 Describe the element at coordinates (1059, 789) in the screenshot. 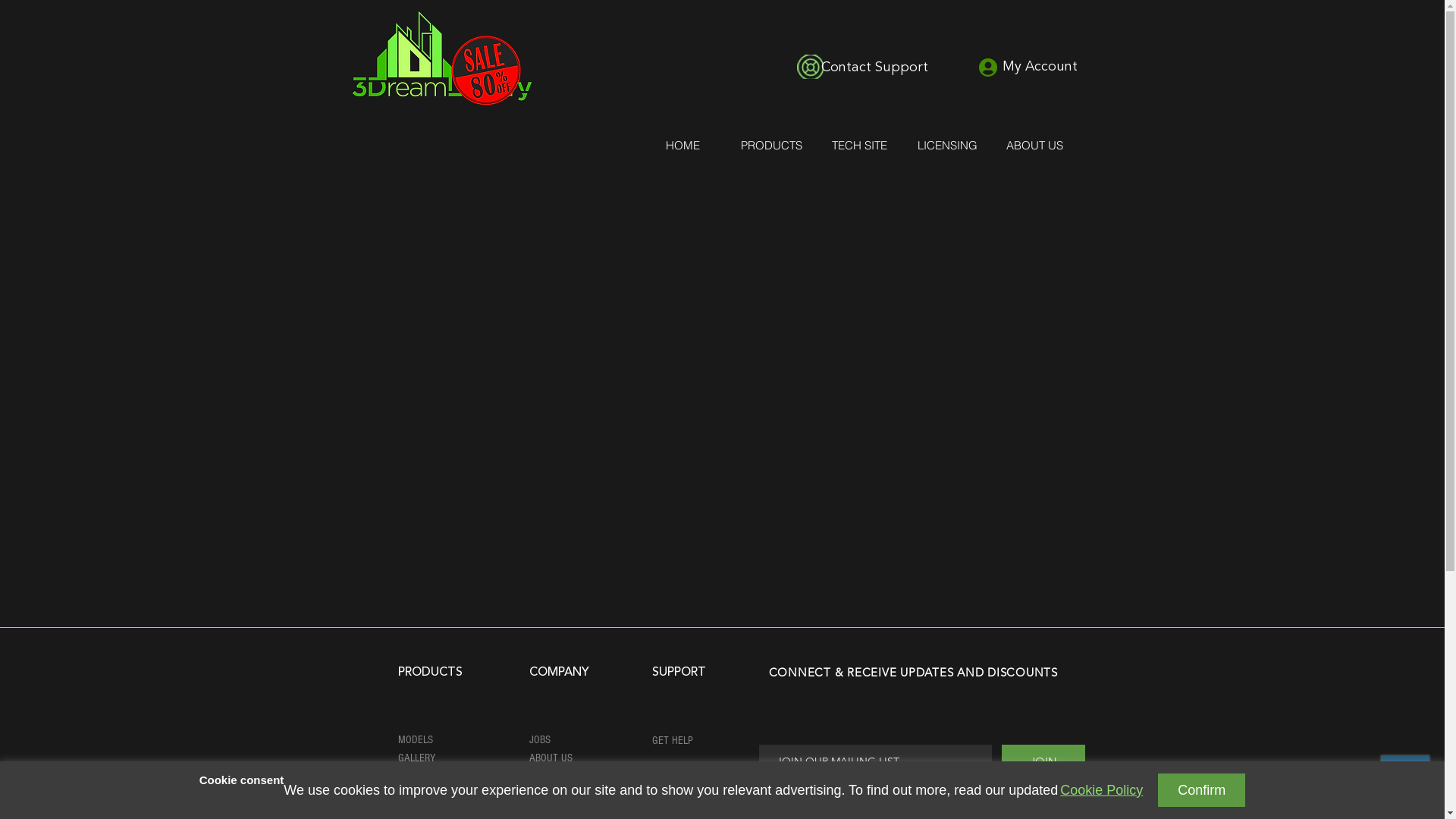

I see `'Cookie Policy'` at that location.